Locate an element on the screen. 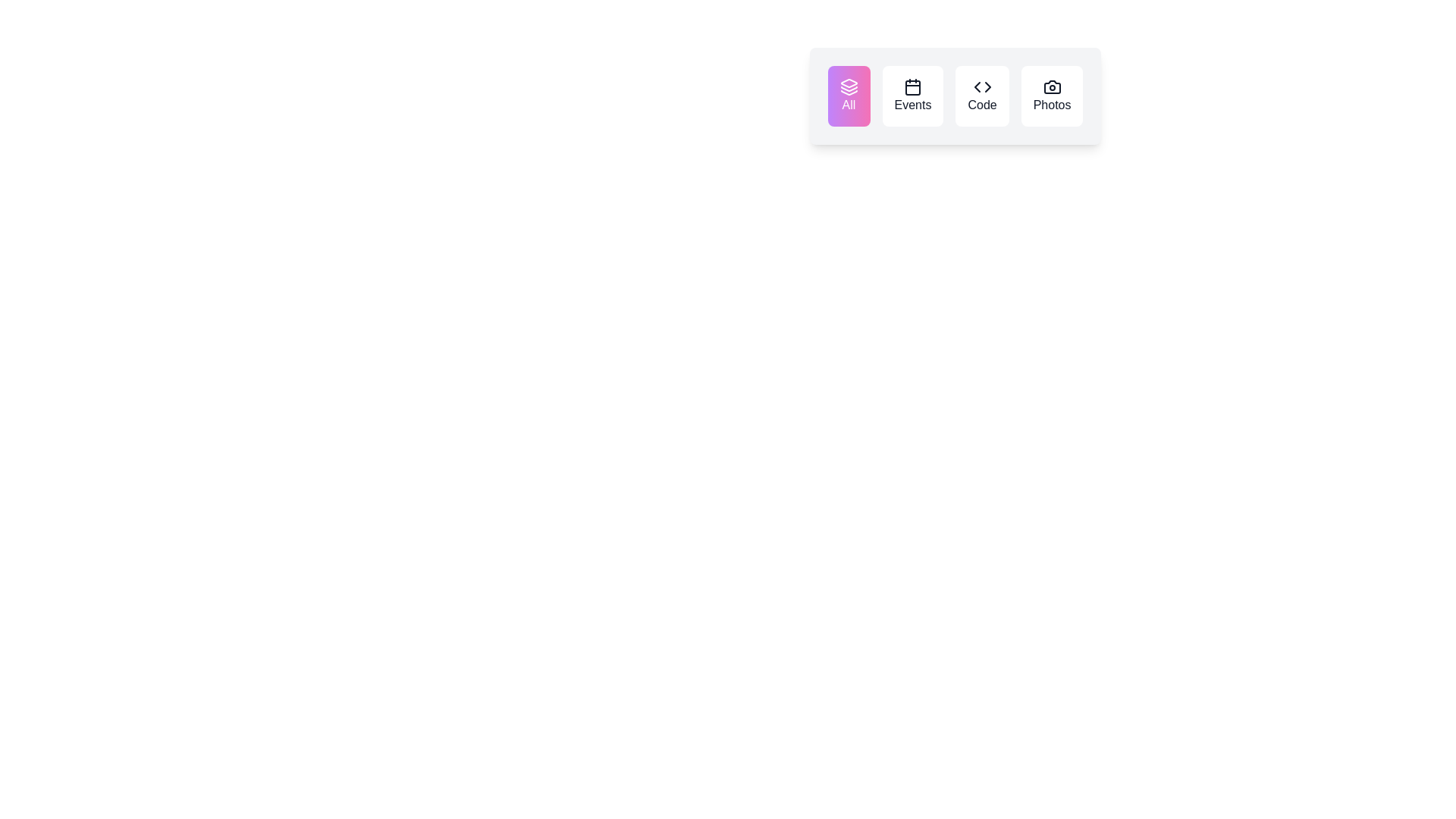 The width and height of the screenshot is (1456, 819). the camera icon in the 'Photos' section of the navigation bar, which is characterized by its minimalistic outline and sharp edges is located at coordinates (1051, 87).